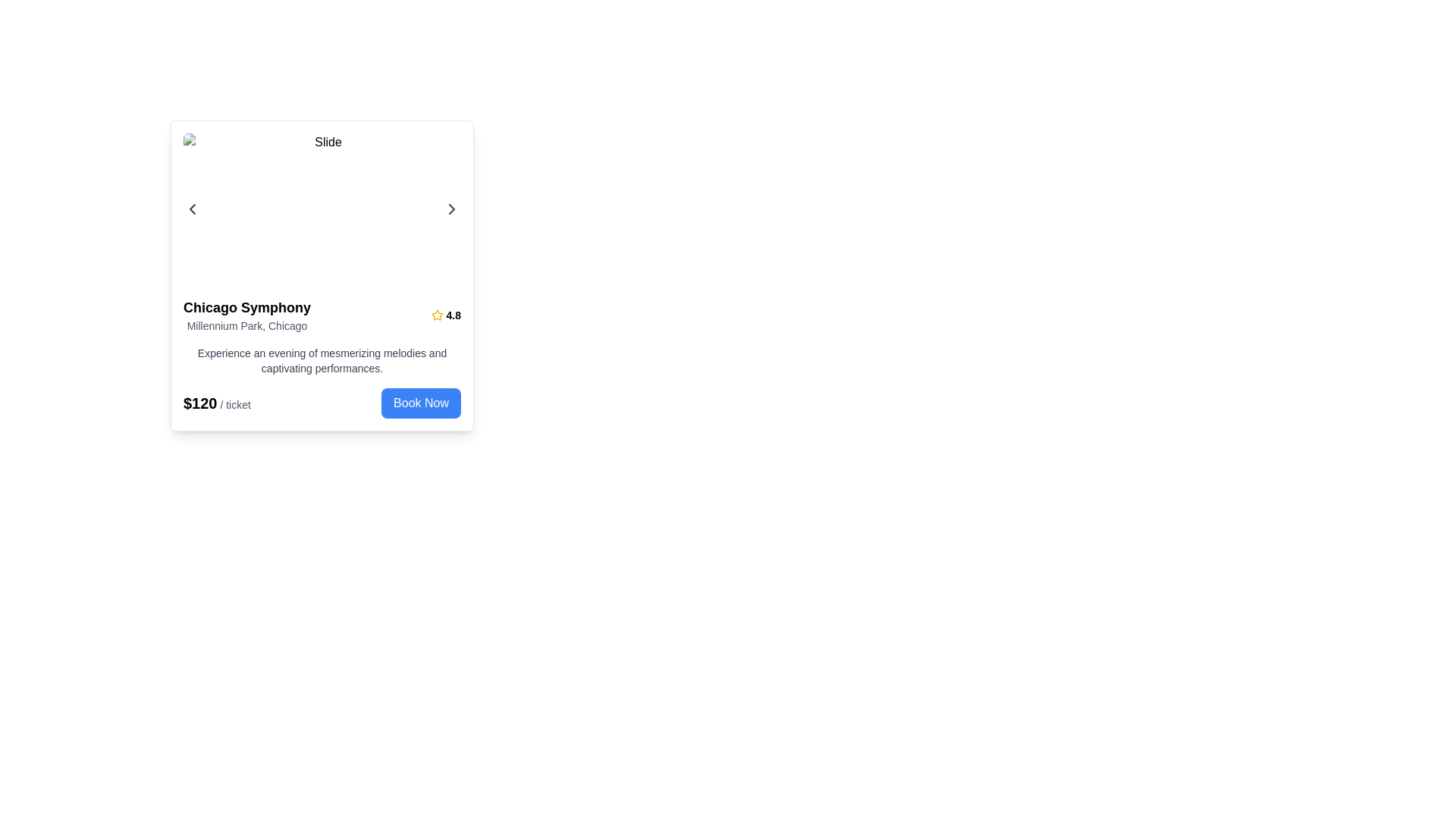  What do you see at coordinates (233, 403) in the screenshot?
I see `the text display indicating that the price is per ticket, which is positioned to the right of the '$120' text within the pricing section at the bottom left corner of the card layout` at bounding box center [233, 403].